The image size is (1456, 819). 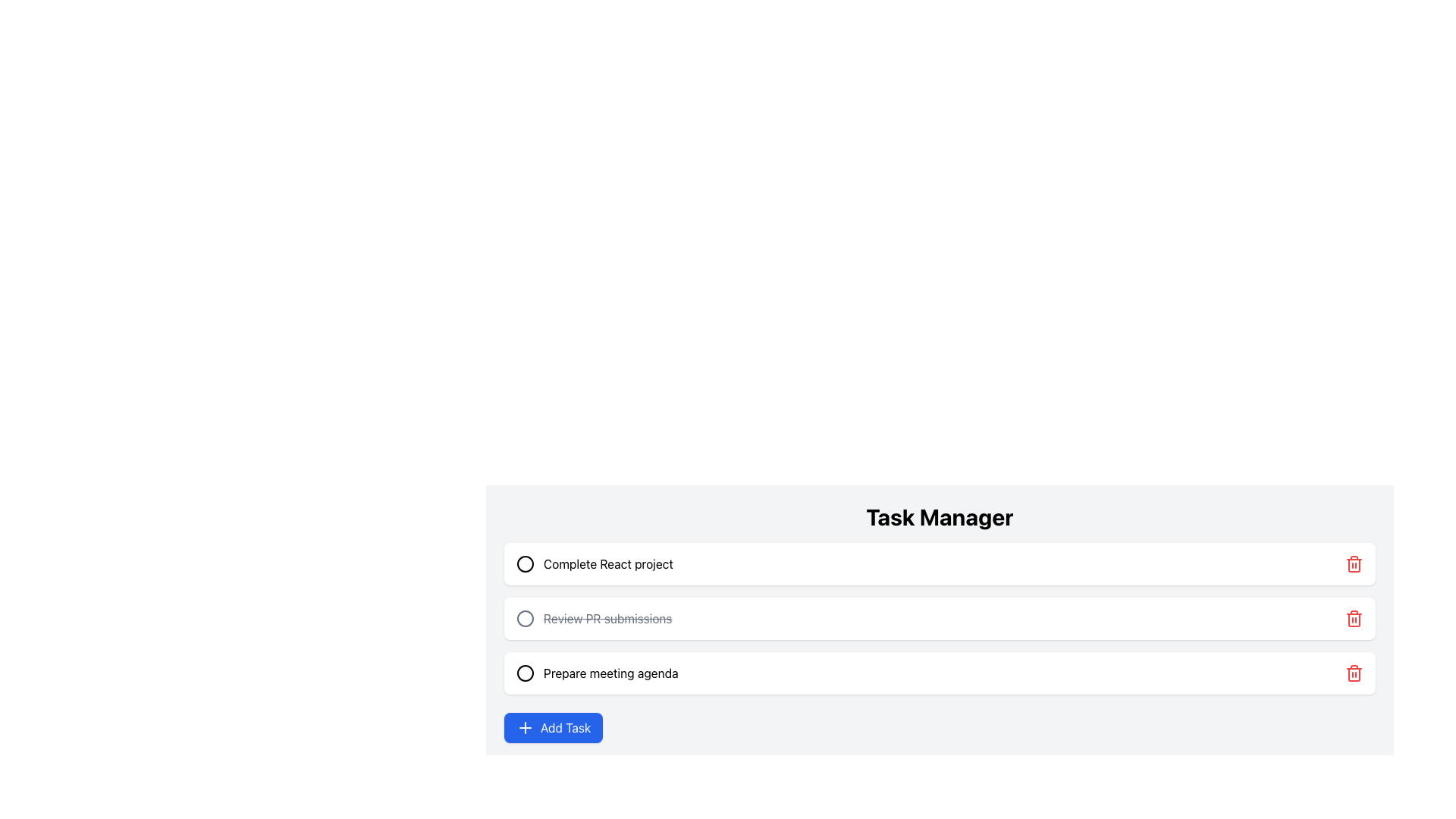 I want to click on the label displaying 'Complete React project', so click(x=594, y=564).